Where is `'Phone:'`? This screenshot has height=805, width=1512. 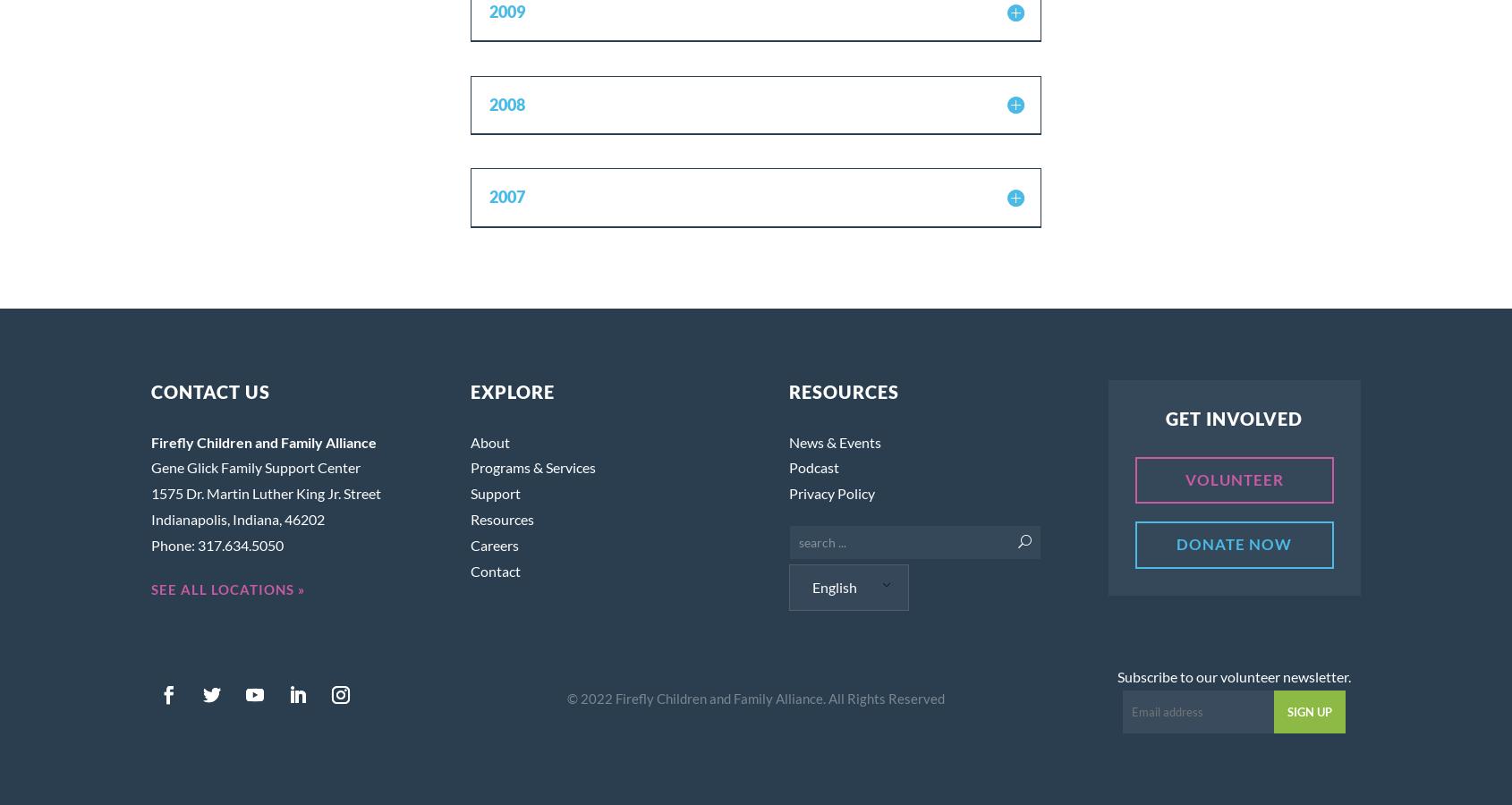 'Phone:' is located at coordinates (174, 544).